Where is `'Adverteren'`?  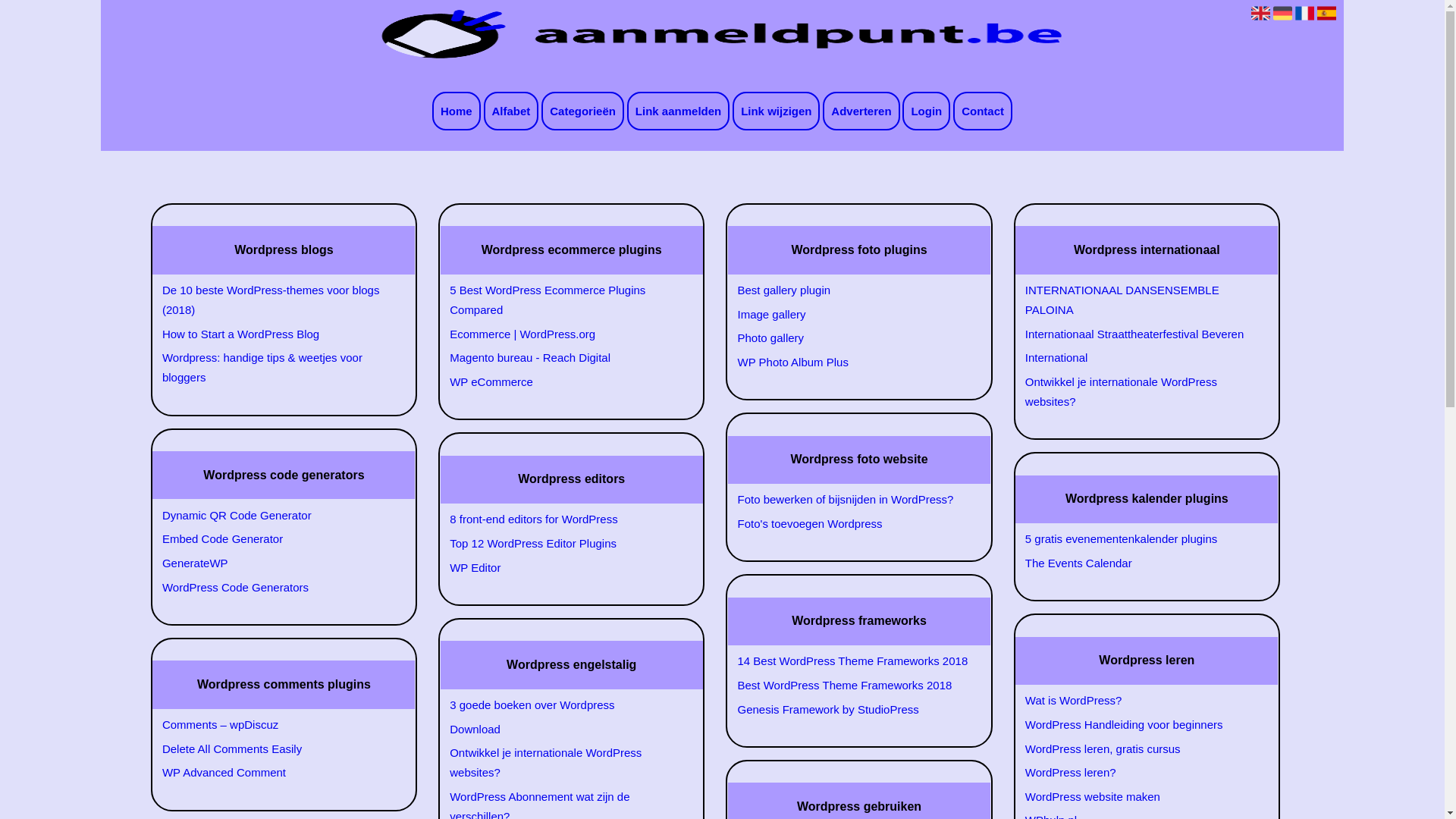 'Adverteren' is located at coordinates (861, 110).